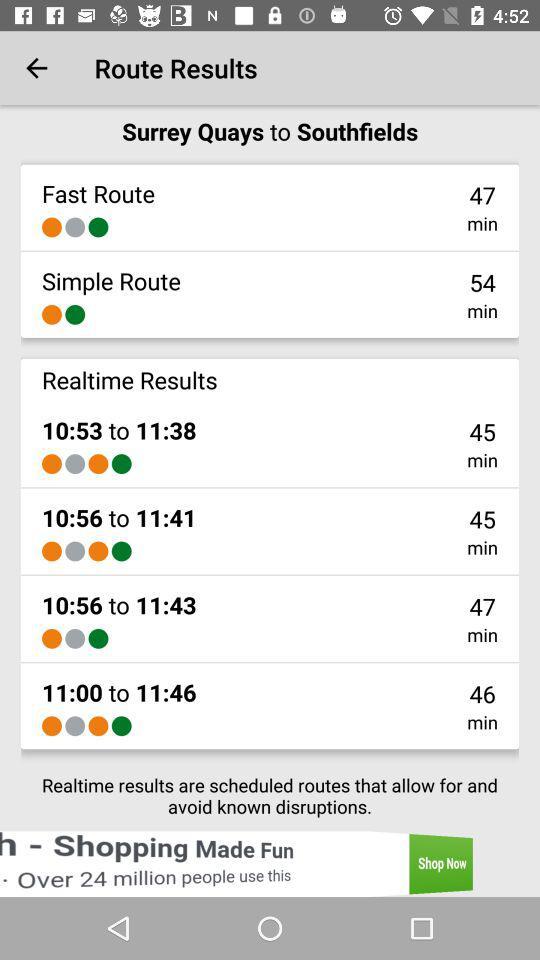 Image resolution: width=540 pixels, height=960 pixels. Describe the element at coordinates (74, 227) in the screenshot. I see `icon below the fast route` at that location.